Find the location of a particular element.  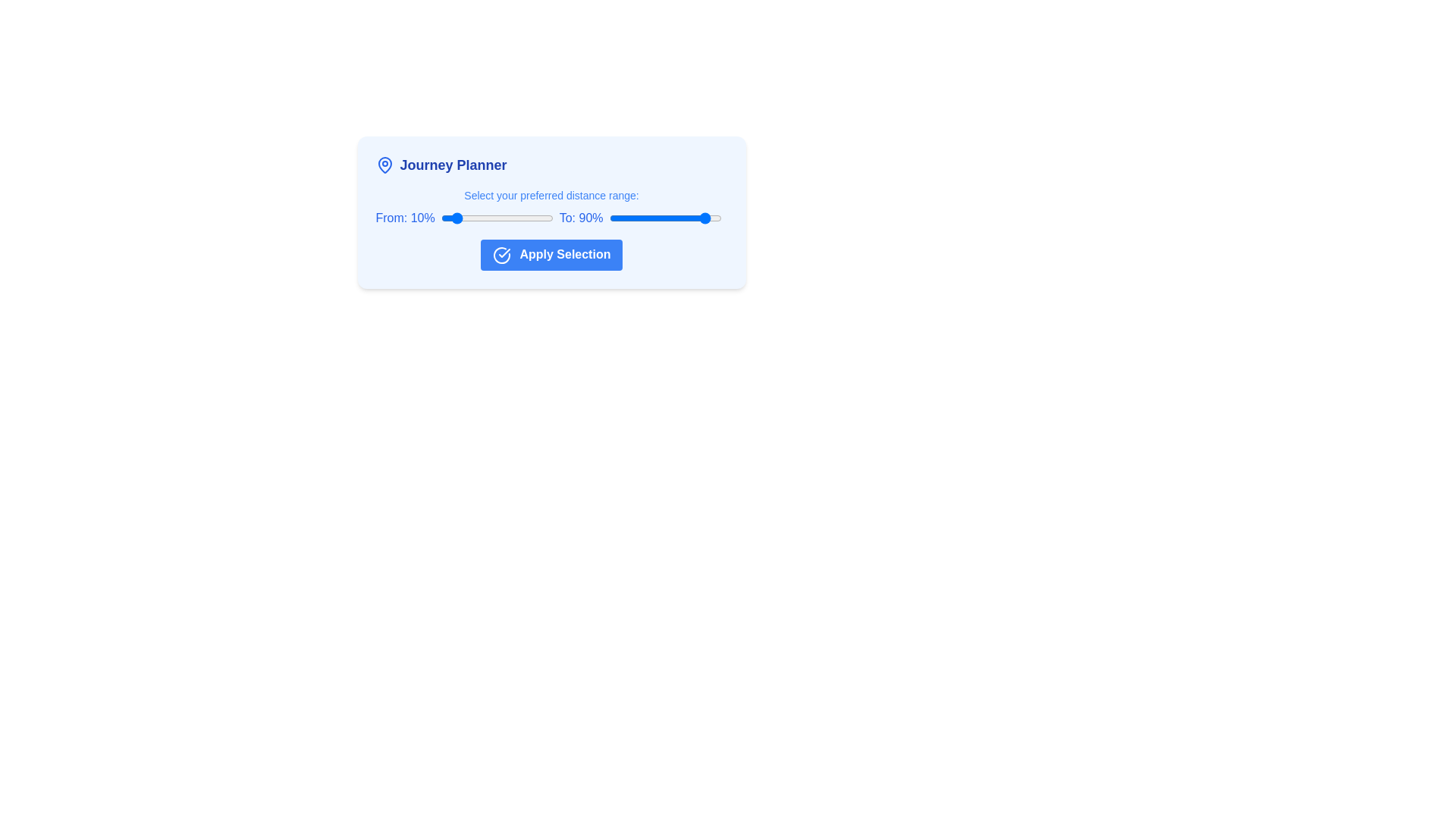

the slider value is located at coordinates (626, 218).